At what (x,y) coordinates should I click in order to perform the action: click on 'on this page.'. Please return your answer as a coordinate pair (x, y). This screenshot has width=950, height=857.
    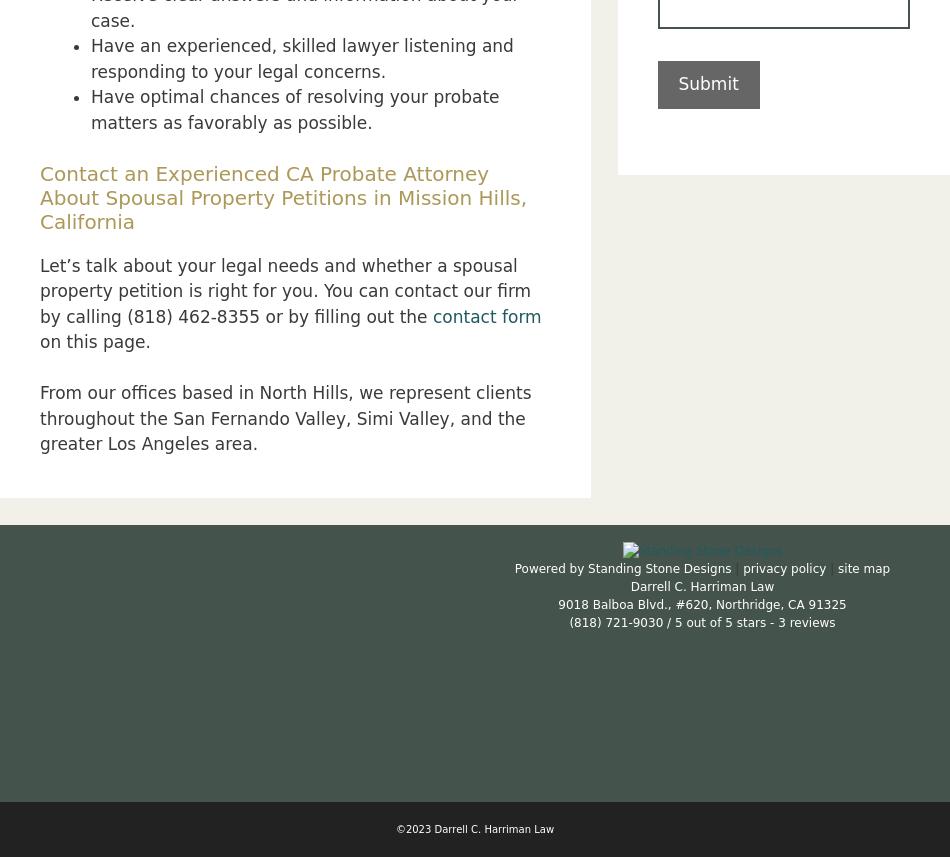
    Looking at the image, I should click on (95, 342).